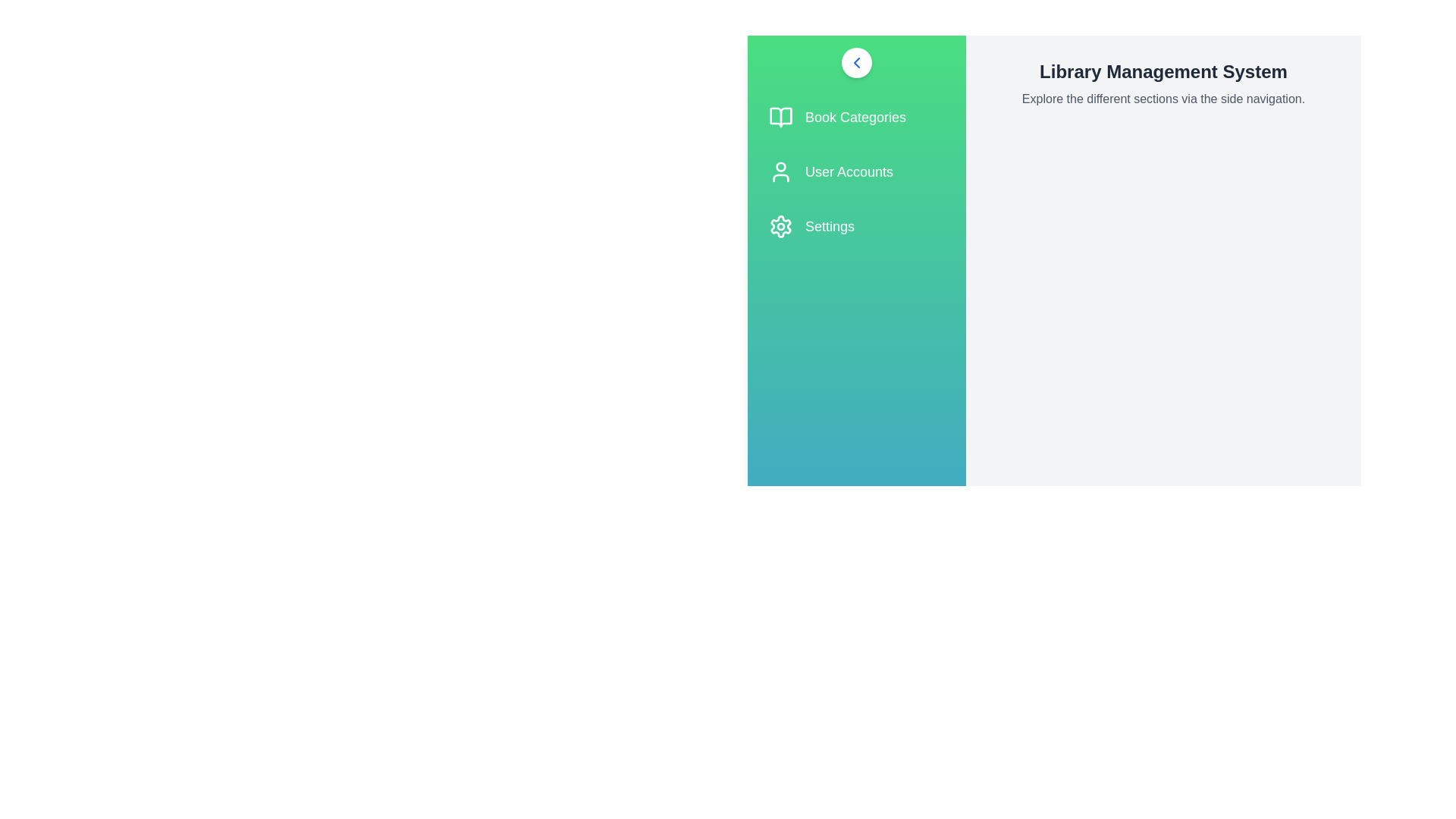 The height and width of the screenshot is (819, 1456). Describe the element at coordinates (856, 116) in the screenshot. I see `the 'Book Categories' menu item in the LibraryManagementDrawer` at that location.